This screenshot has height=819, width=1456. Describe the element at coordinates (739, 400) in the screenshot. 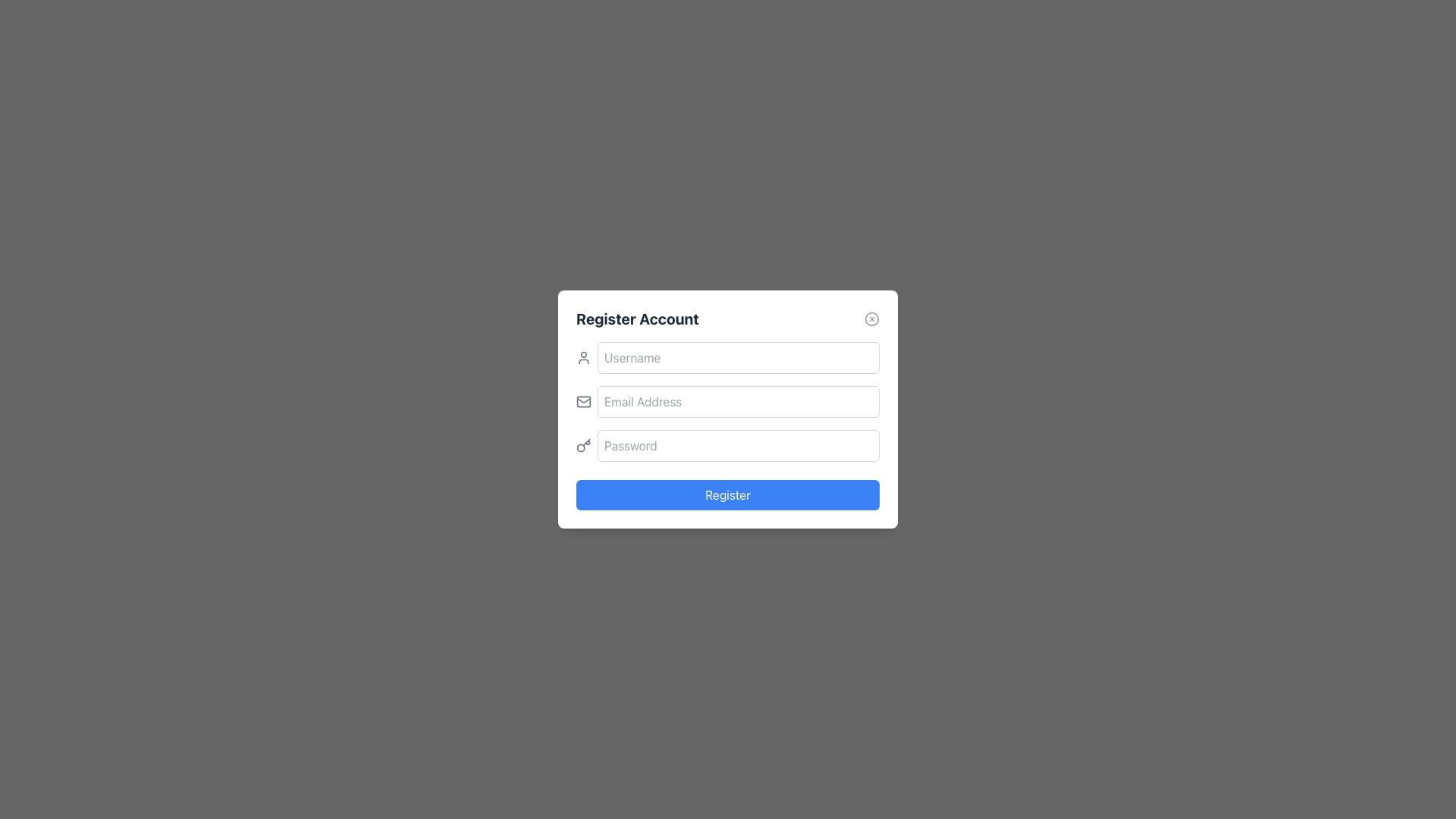

I see `the email input field located under the 'Register Account' title, specifically` at that location.